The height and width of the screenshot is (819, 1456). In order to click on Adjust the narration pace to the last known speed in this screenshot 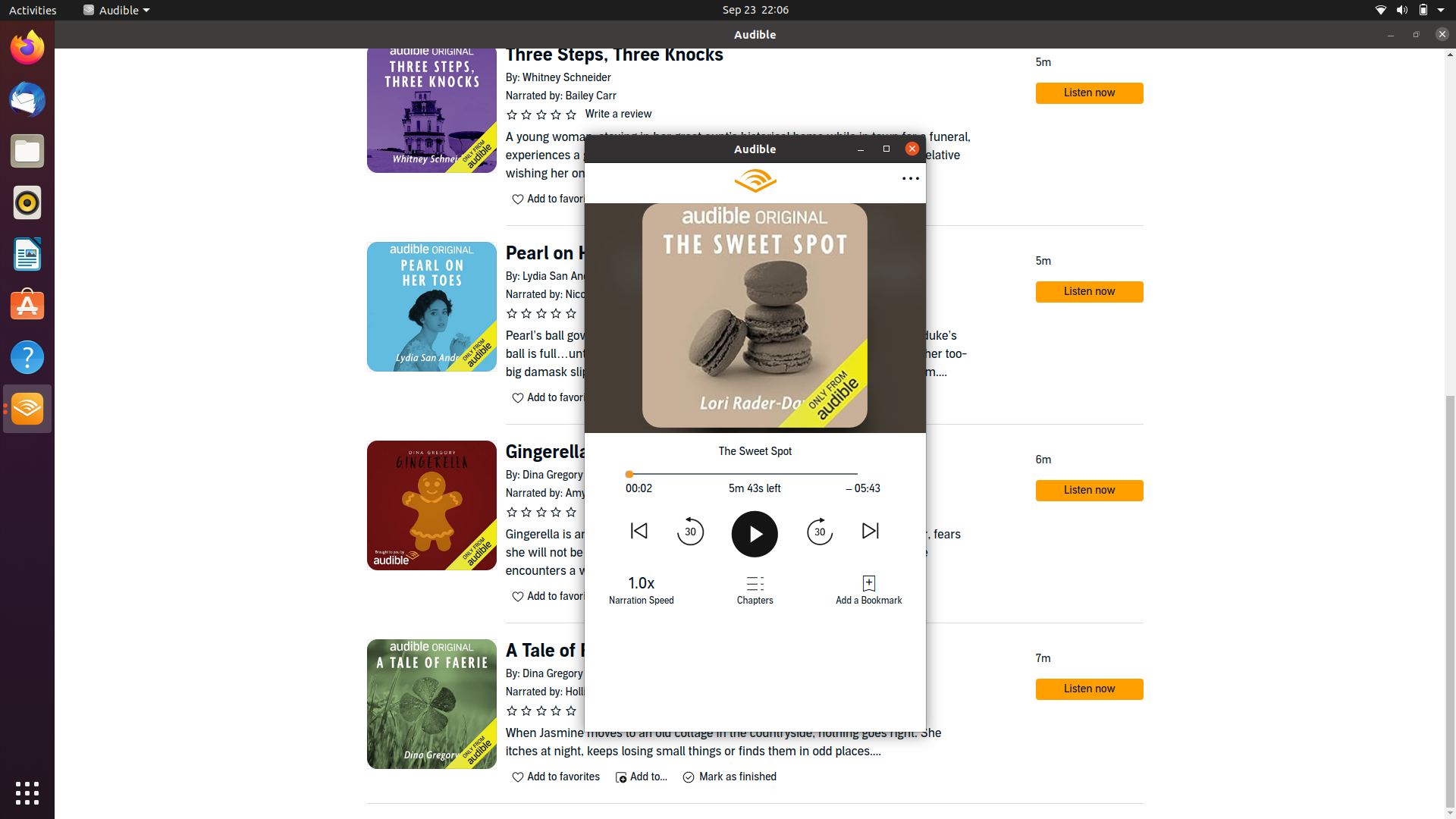, I will do `click(642, 587)`.